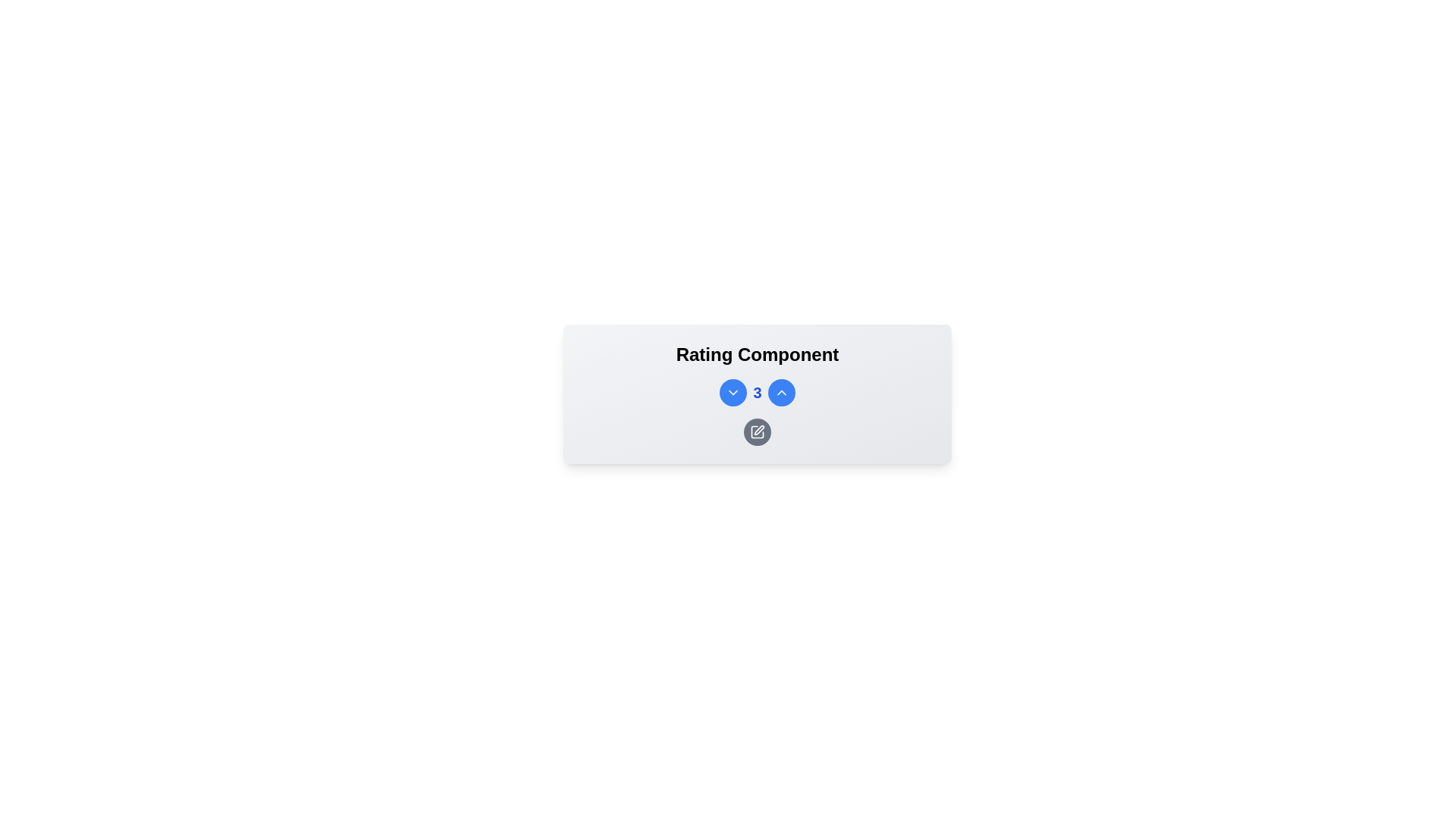 The height and width of the screenshot is (819, 1456). What do you see at coordinates (781, 391) in the screenshot?
I see `the upward-pointing chevron icon within the second interactive button from the left, which has a circular blue background and white border` at bounding box center [781, 391].